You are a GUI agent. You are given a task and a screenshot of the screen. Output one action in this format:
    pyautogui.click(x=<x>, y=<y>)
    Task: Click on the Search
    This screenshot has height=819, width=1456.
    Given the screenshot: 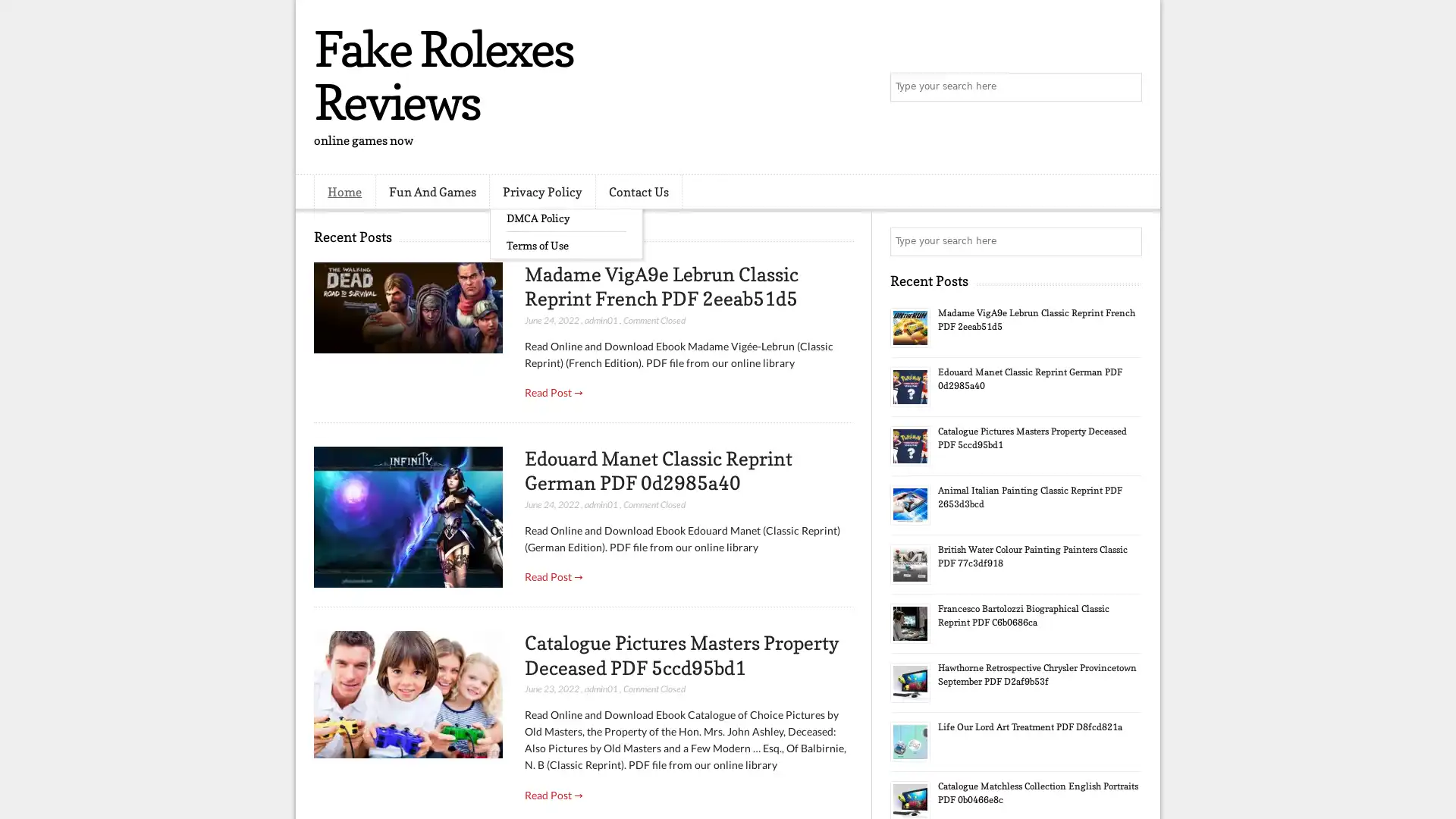 What is the action you would take?
    pyautogui.click(x=1126, y=241)
    